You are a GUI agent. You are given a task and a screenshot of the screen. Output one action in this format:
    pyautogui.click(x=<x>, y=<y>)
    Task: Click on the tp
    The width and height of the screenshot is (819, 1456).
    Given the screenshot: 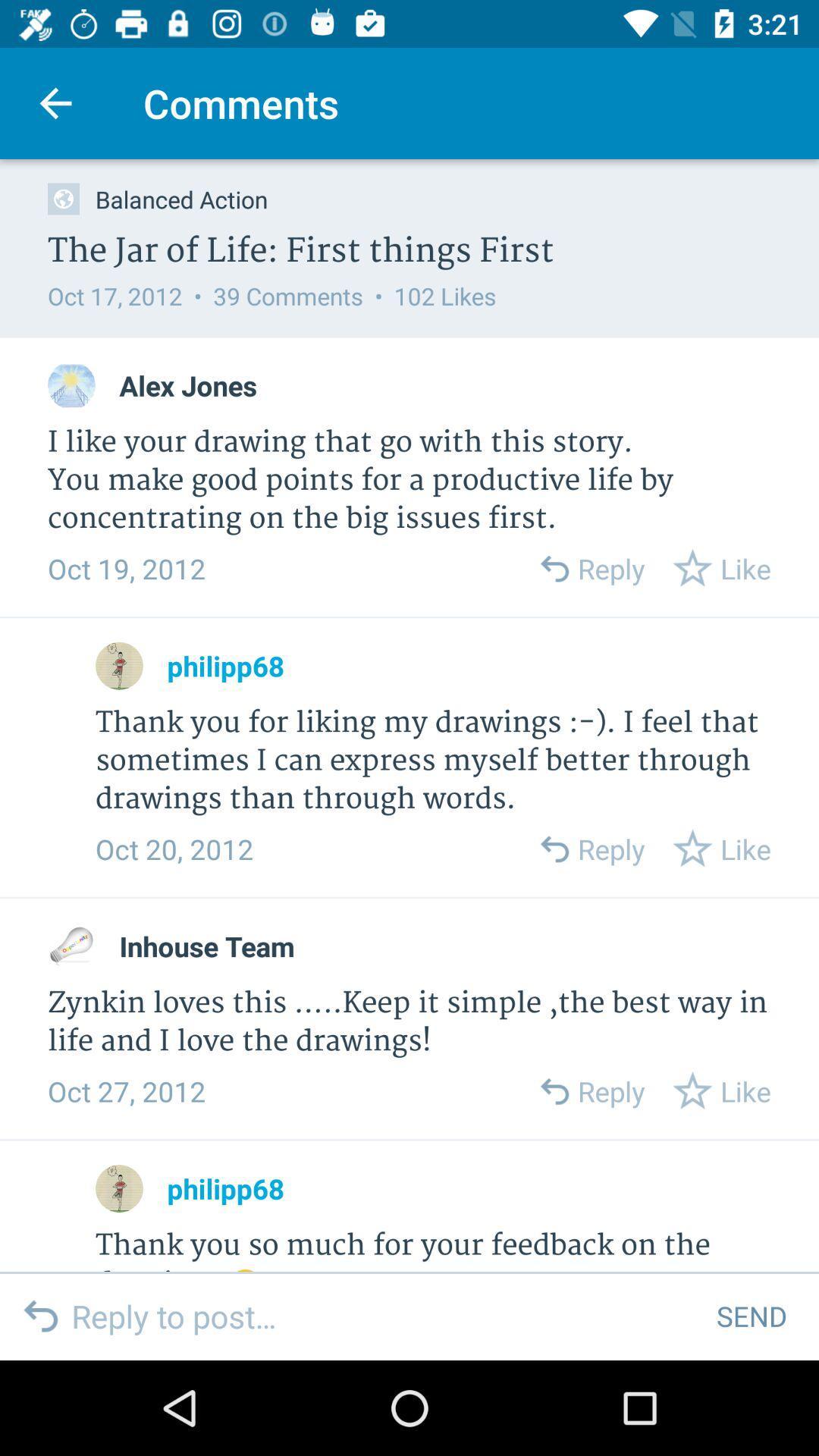 What is the action you would take?
    pyautogui.click(x=118, y=666)
    